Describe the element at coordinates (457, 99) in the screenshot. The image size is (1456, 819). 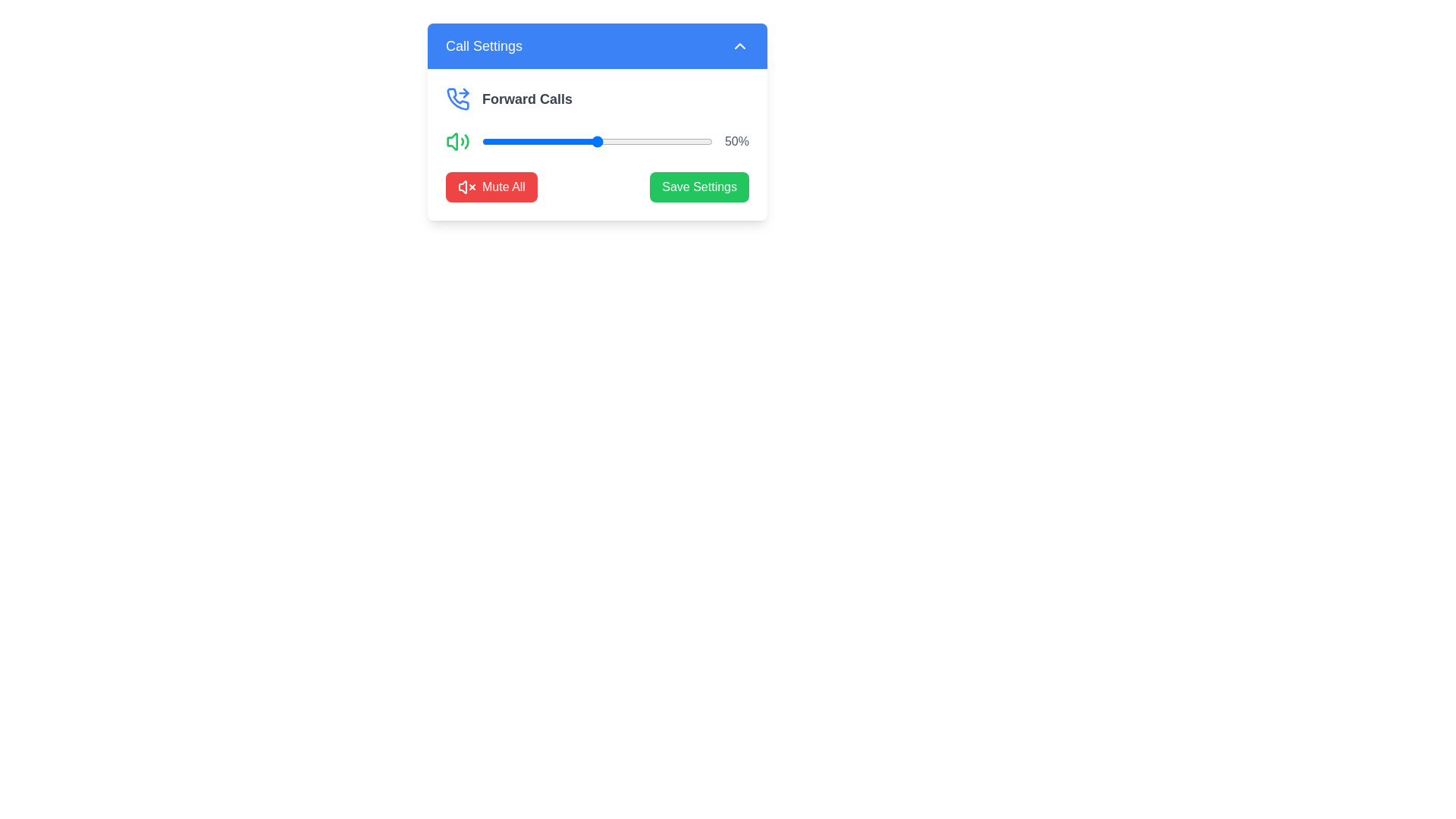
I see `the call forwarding icon located to the left of the 'Forward Calls' text in the Call Settings panel` at that location.